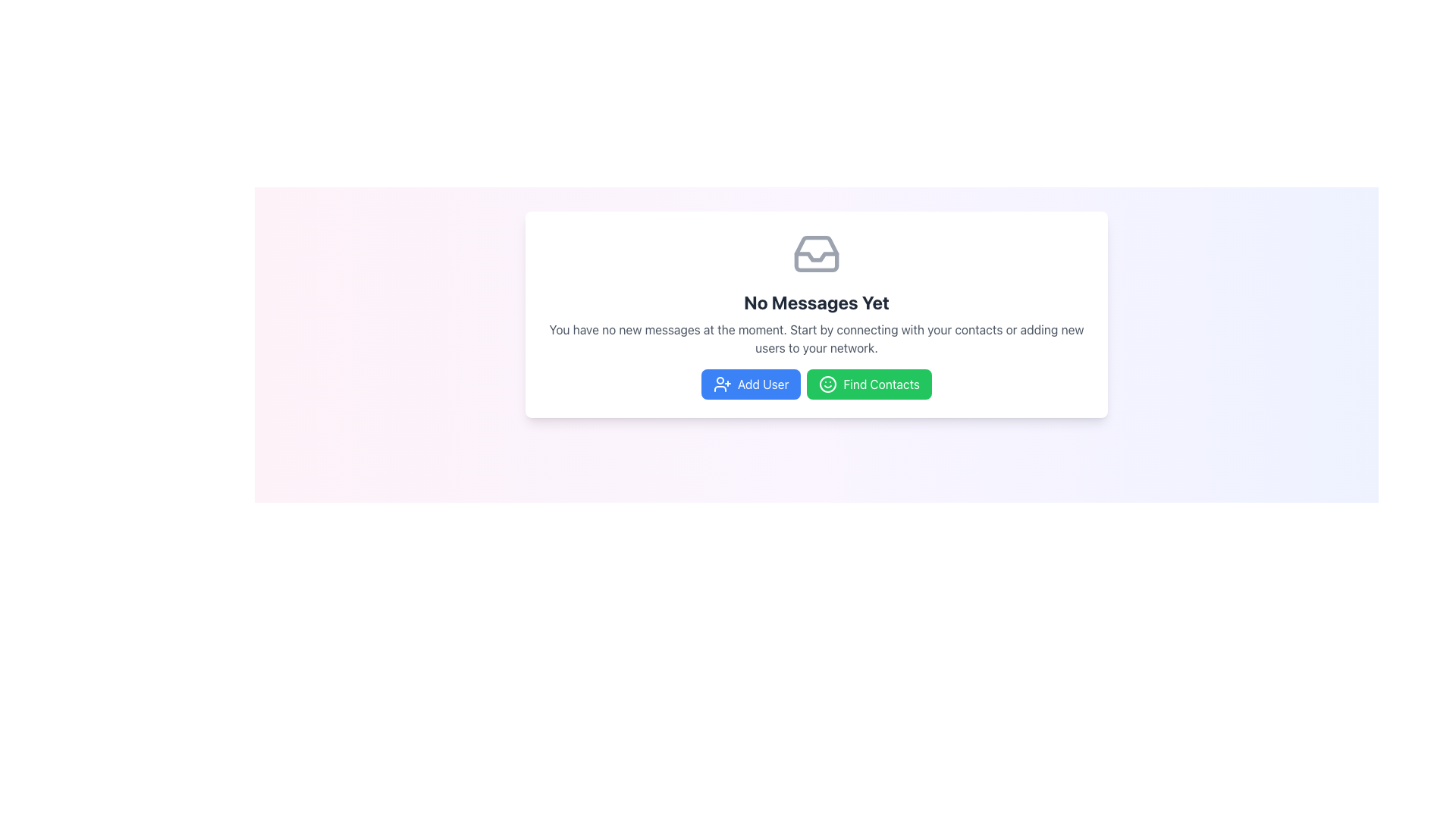  What do you see at coordinates (815, 314) in the screenshot?
I see `the centered text block displaying 'No Messages Yet' to interpret the instructions` at bounding box center [815, 314].